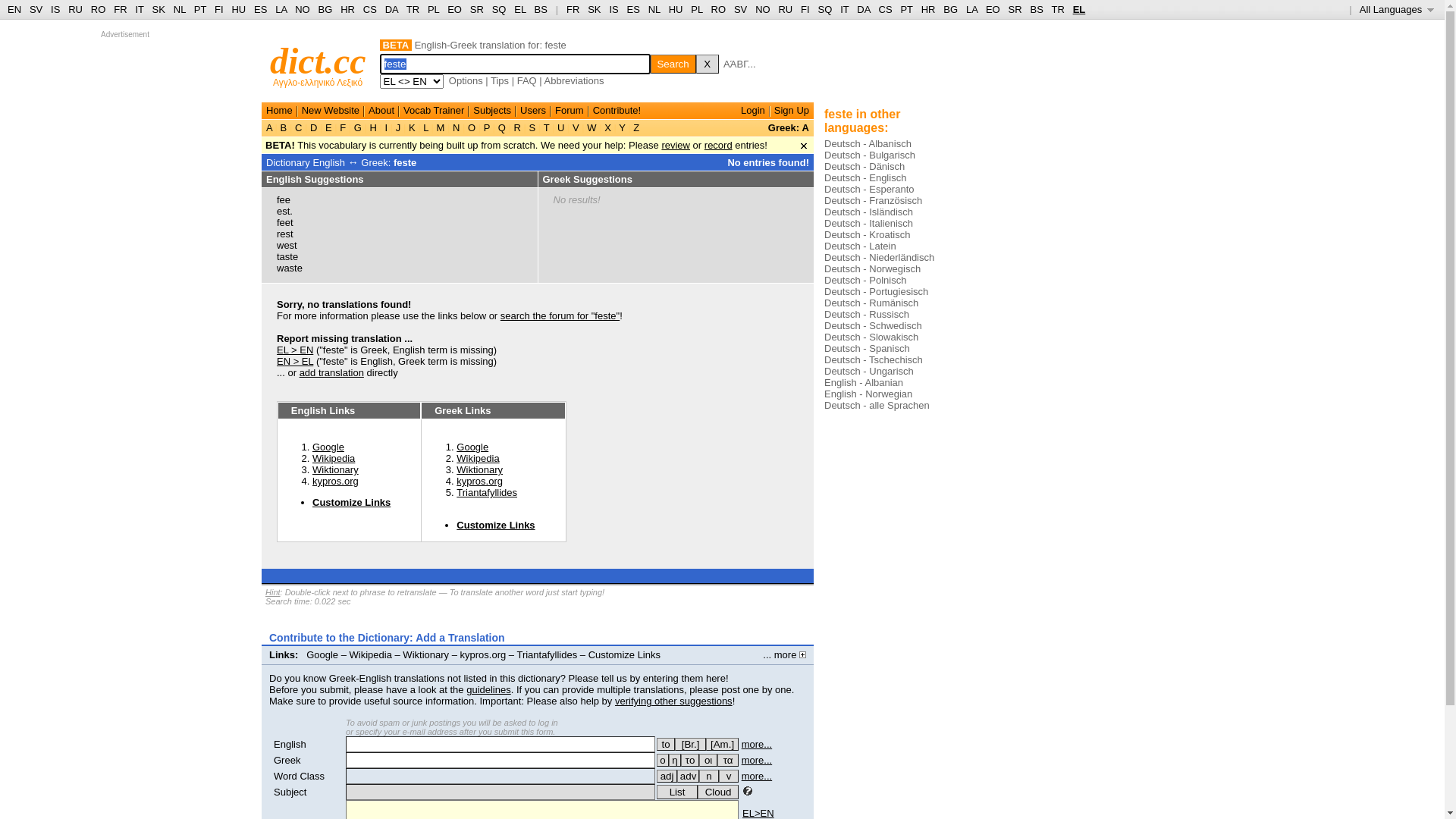  What do you see at coordinates (342, 127) in the screenshot?
I see `'F'` at bounding box center [342, 127].